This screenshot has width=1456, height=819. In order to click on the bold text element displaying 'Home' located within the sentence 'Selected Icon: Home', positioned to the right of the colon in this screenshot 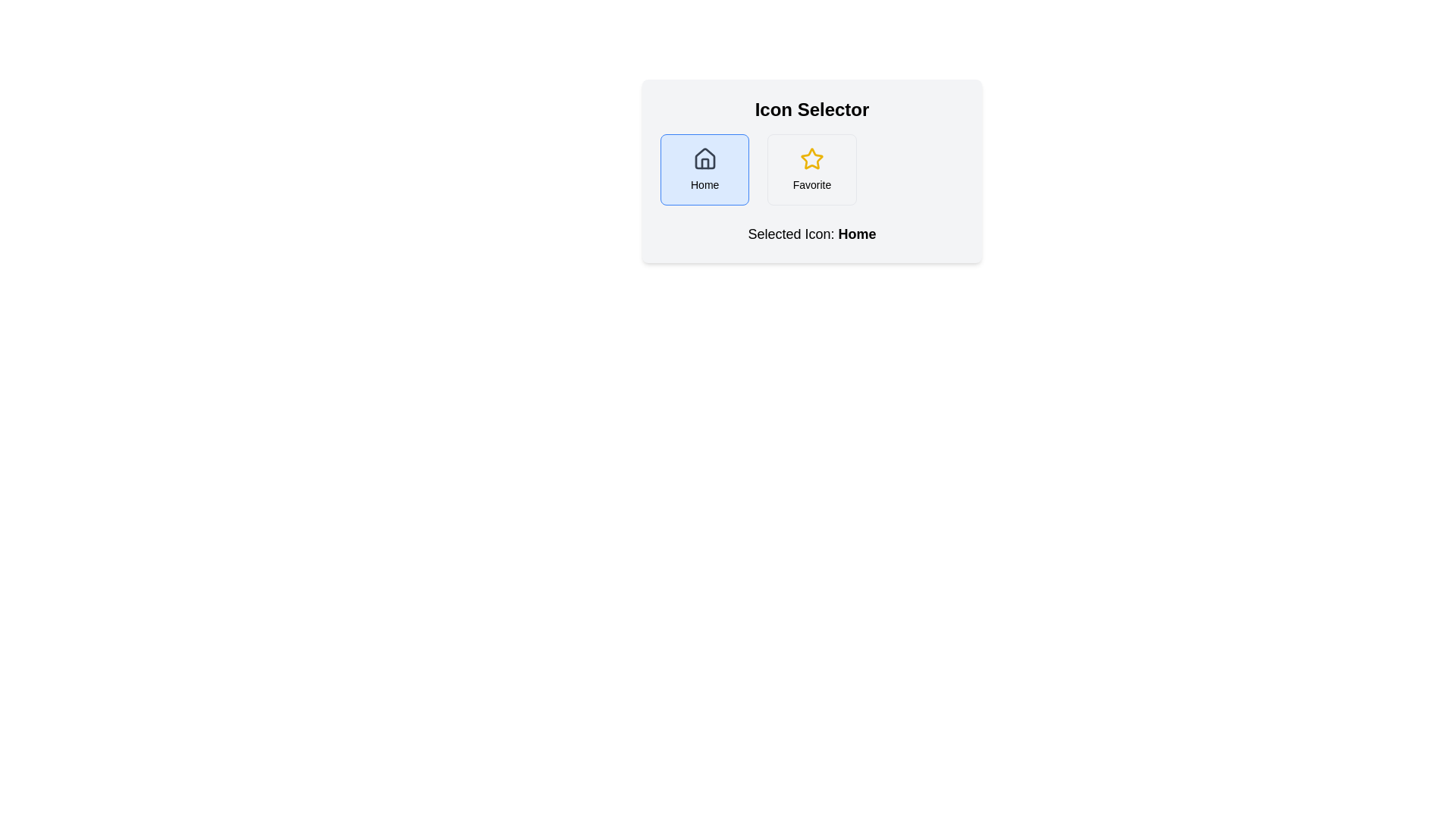, I will do `click(857, 234)`.